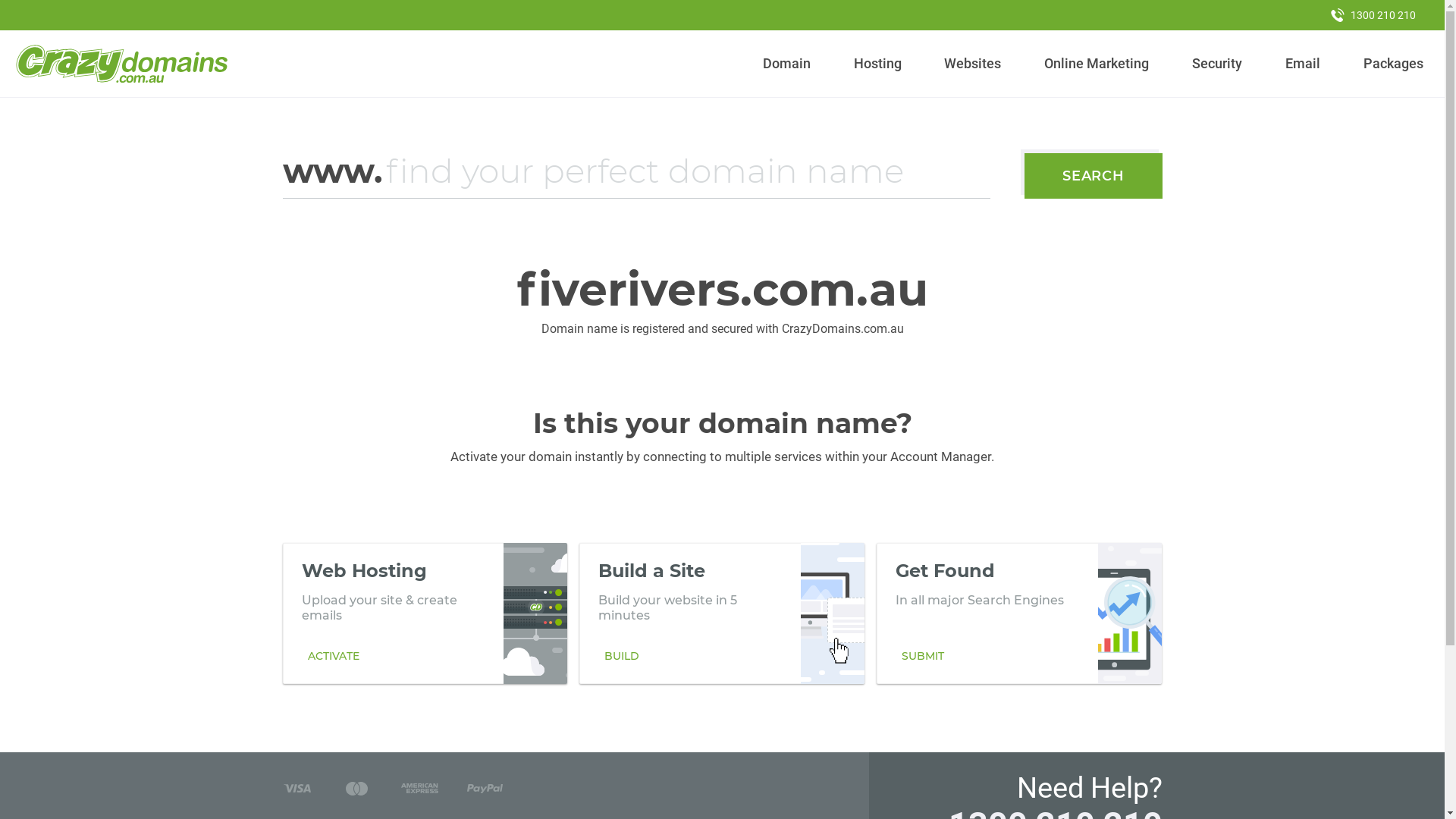 Image resolution: width=1456 pixels, height=819 pixels. I want to click on 'Security', so click(1217, 63).